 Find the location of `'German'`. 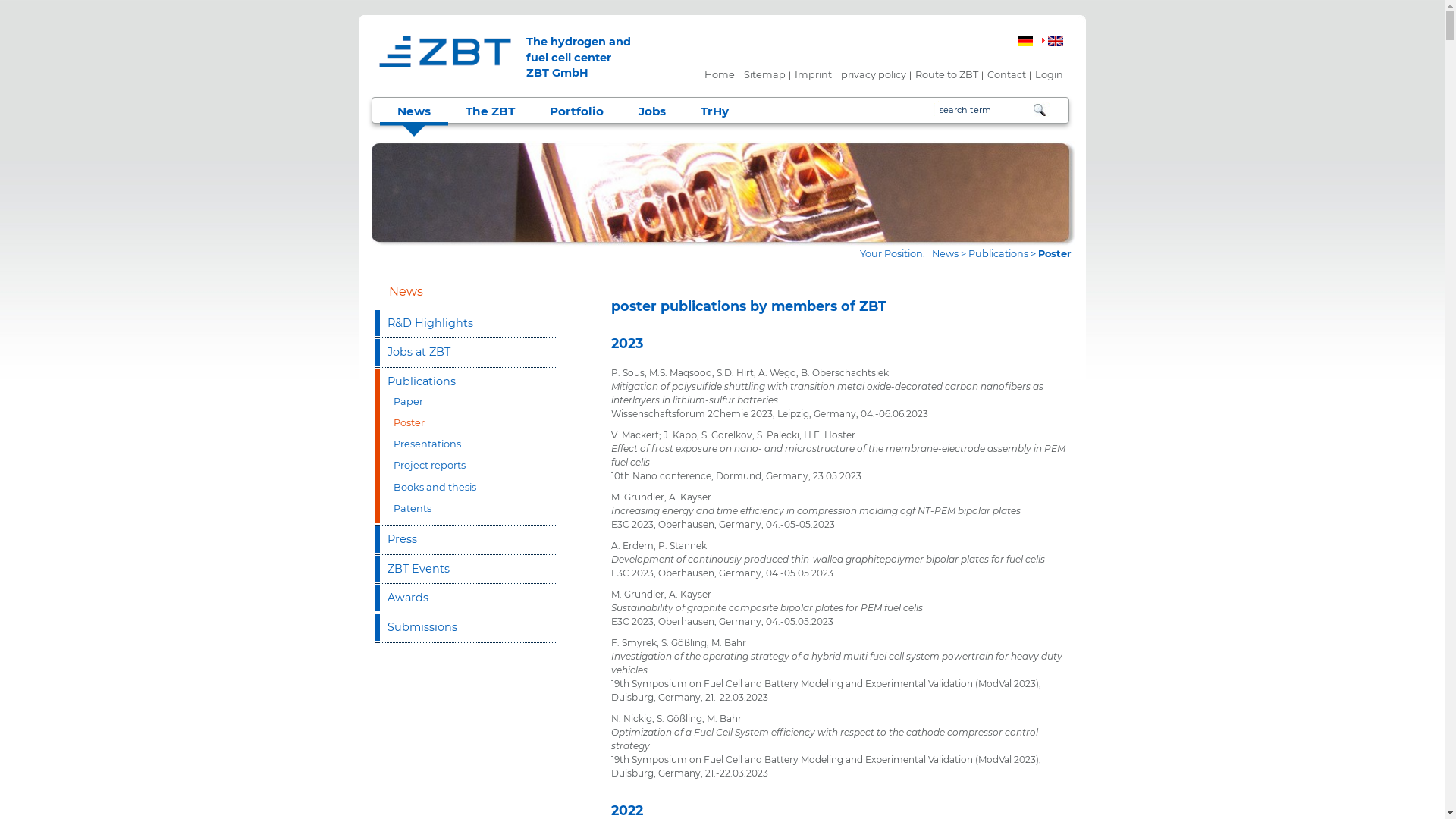

'German' is located at coordinates (1025, 40).